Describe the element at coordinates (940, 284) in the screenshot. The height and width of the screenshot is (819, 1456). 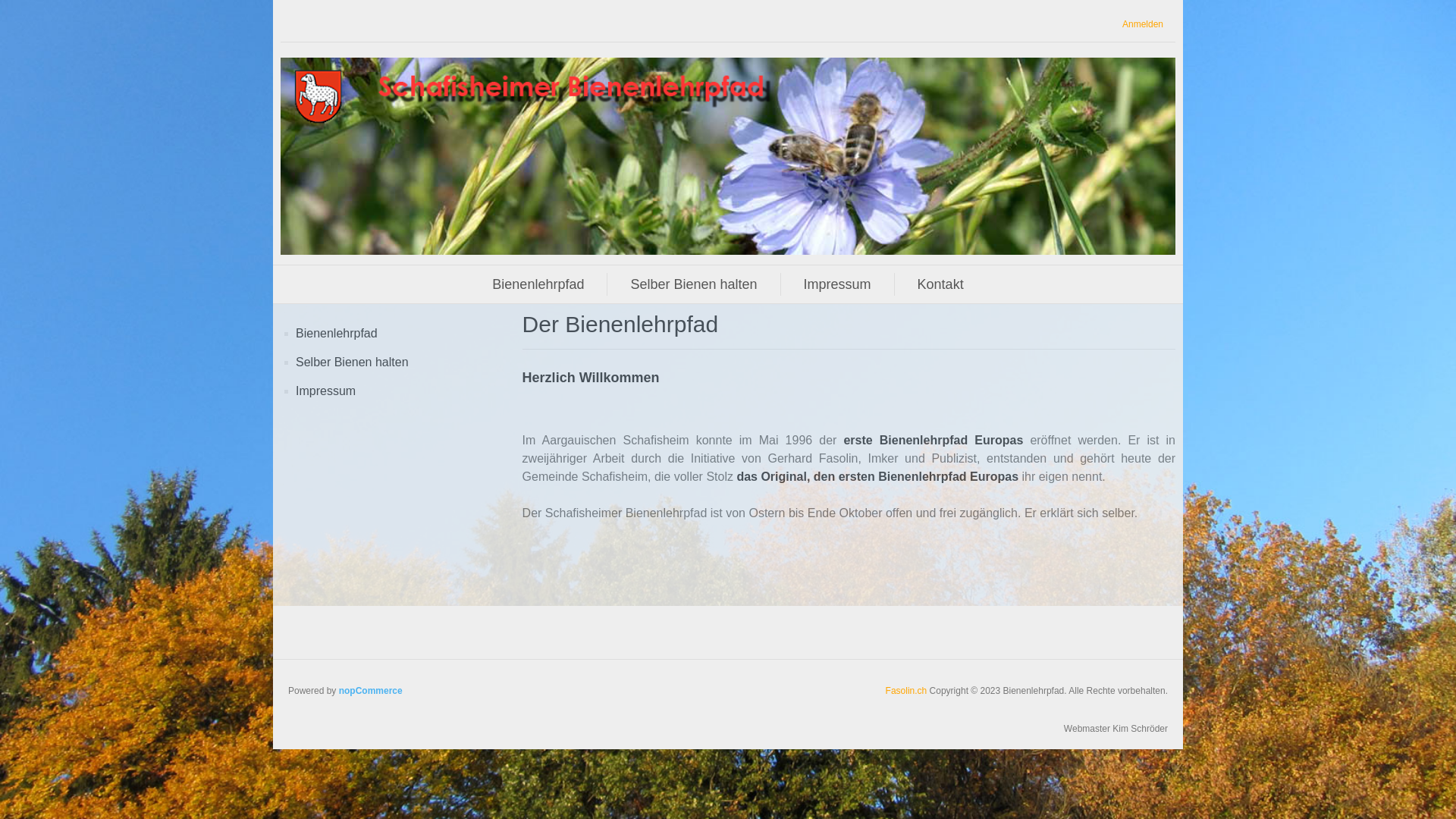
I see `'Kontakt'` at that location.